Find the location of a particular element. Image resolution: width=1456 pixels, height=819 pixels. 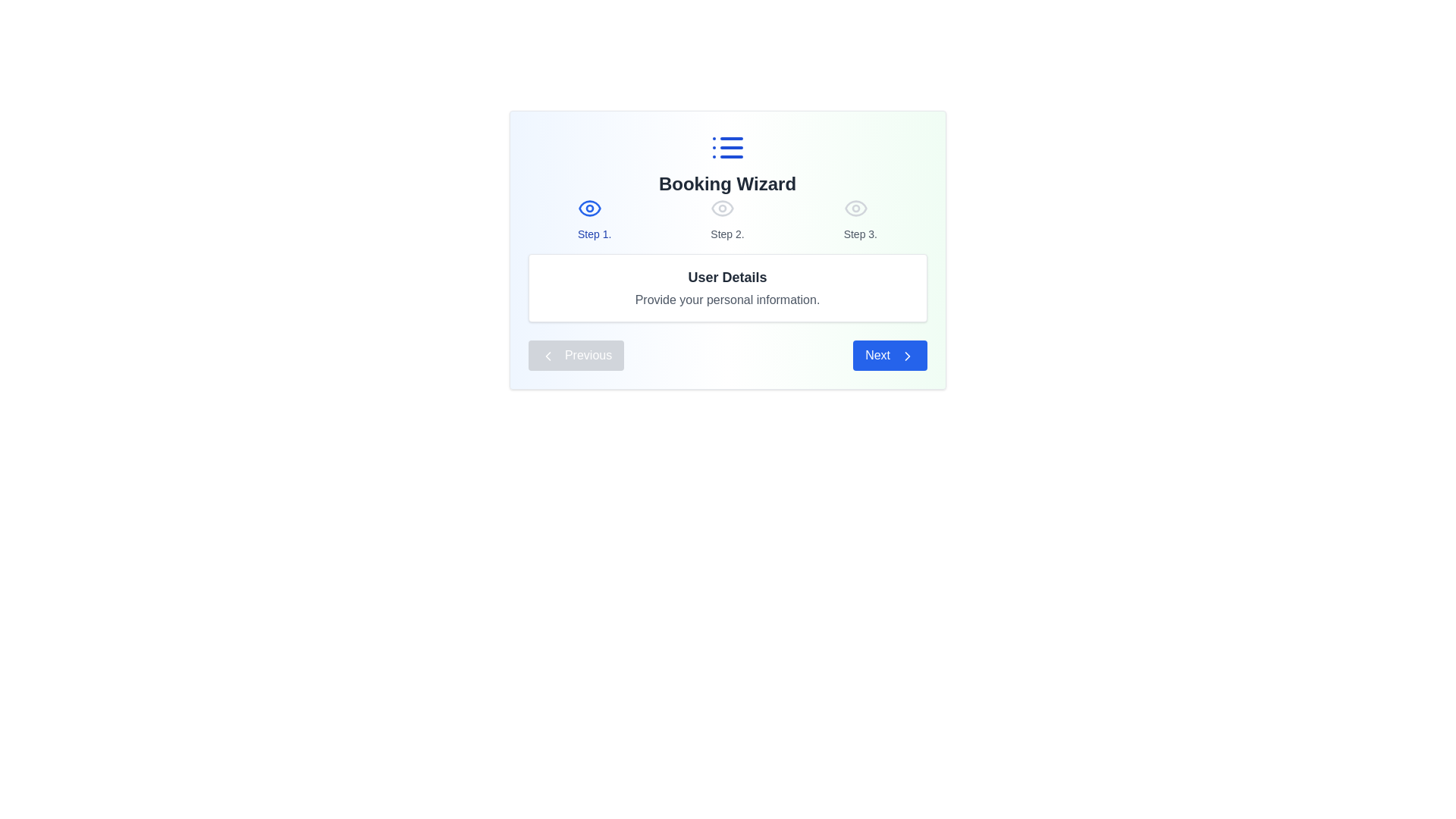

the 'Booking Wizard' text block with the embedded list icon for accessibility is located at coordinates (726, 163).